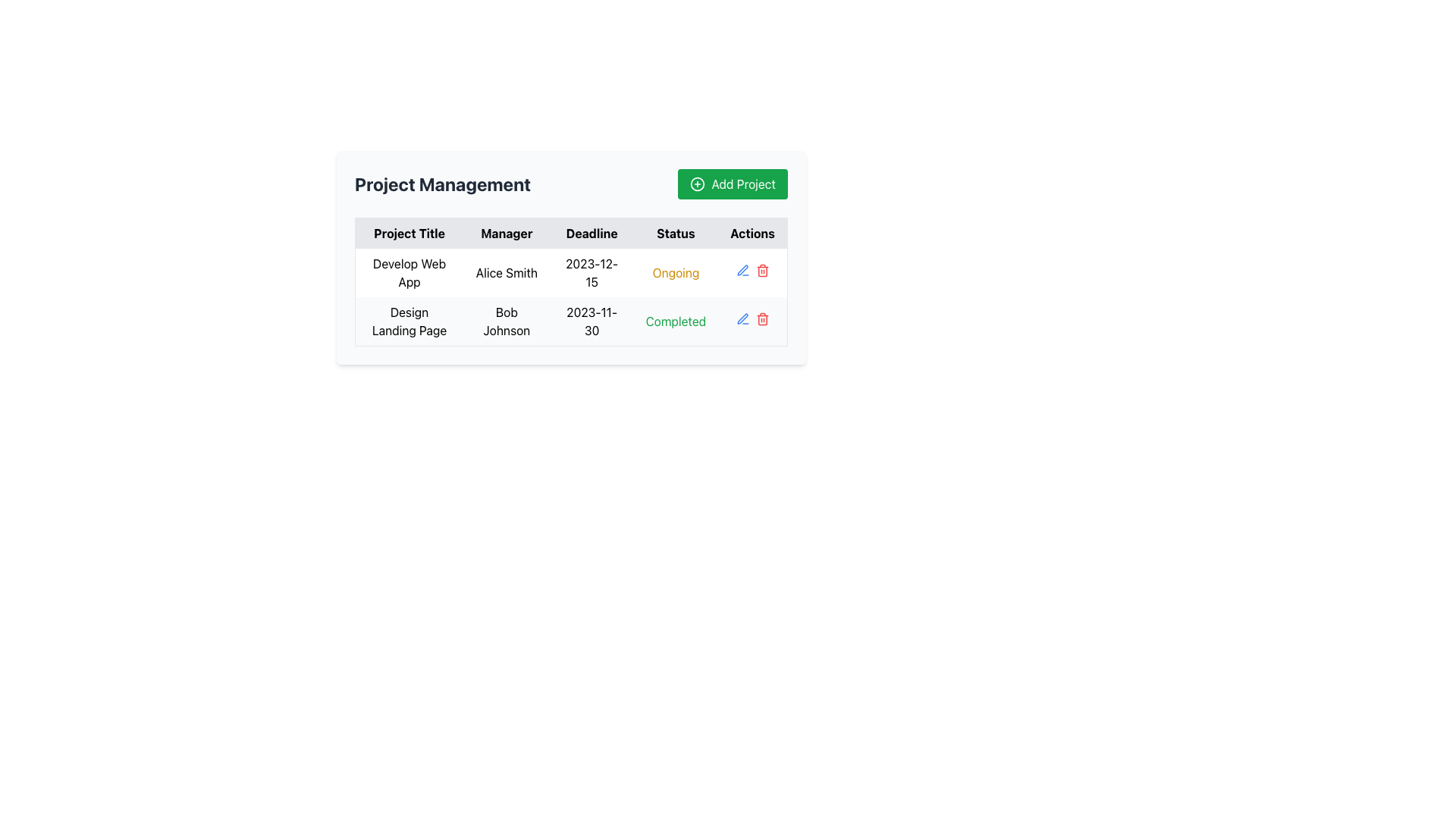  What do you see at coordinates (409, 233) in the screenshot?
I see `the 'Project Title' text label, which is the header for the corresponding column in the table, located in the upper-left region beneath the primary title 'Project Management.'` at bounding box center [409, 233].